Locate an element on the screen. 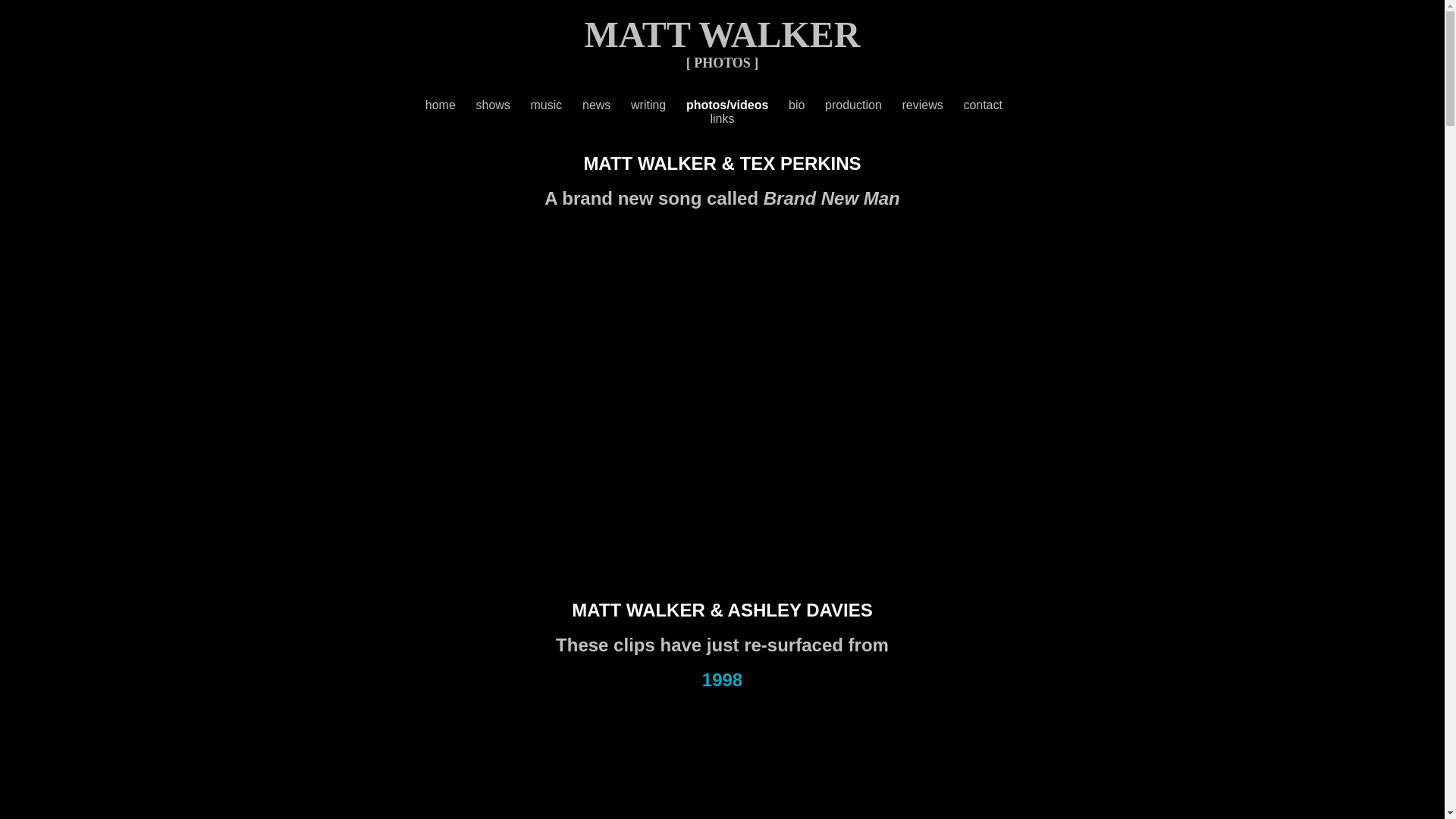  'home     ' is located at coordinates (450, 104).